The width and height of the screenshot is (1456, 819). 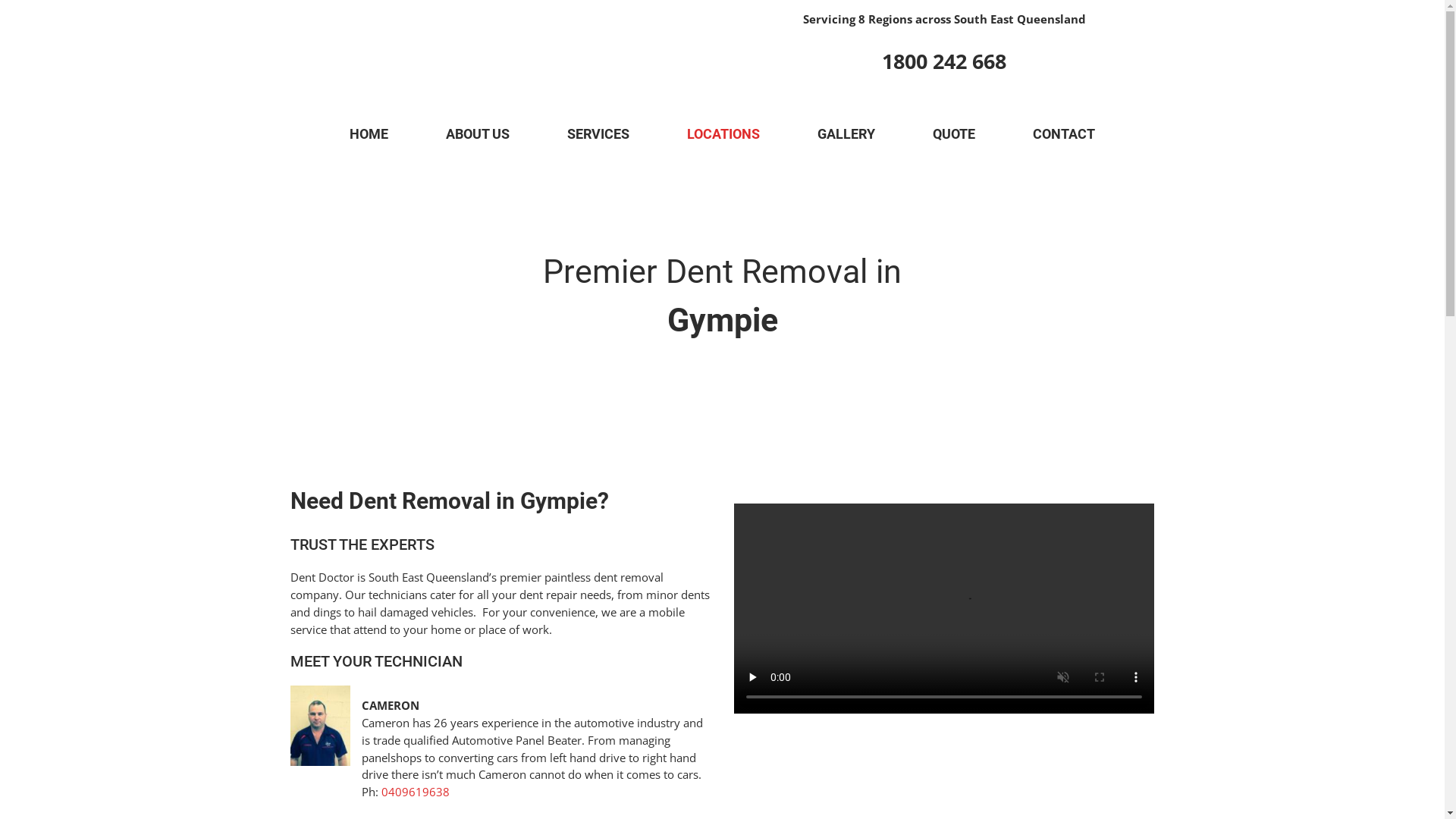 What do you see at coordinates (1062, 133) in the screenshot?
I see `'CONTACT'` at bounding box center [1062, 133].